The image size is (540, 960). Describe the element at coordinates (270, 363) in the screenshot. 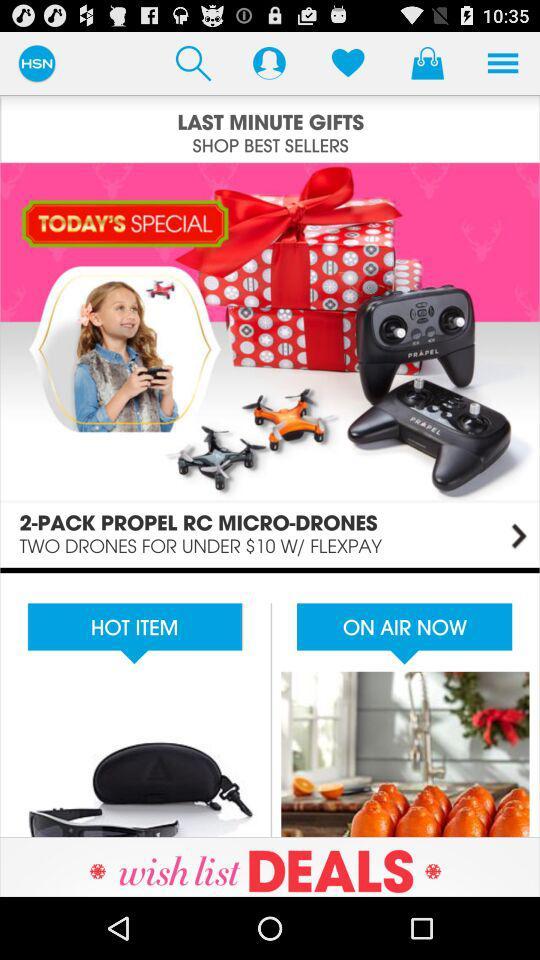

I see `today 's special section` at that location.